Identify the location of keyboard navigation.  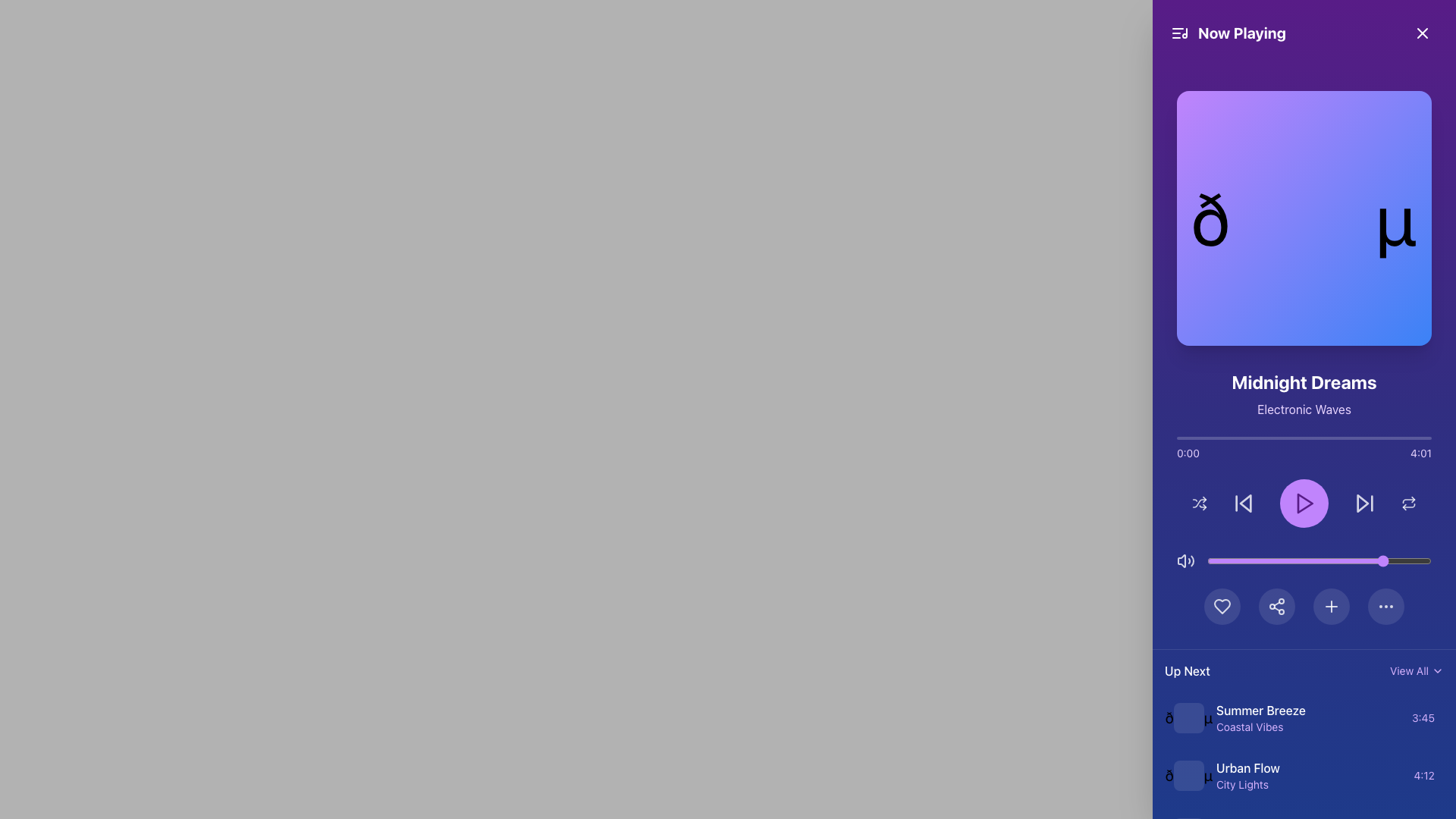
(1307, 726).